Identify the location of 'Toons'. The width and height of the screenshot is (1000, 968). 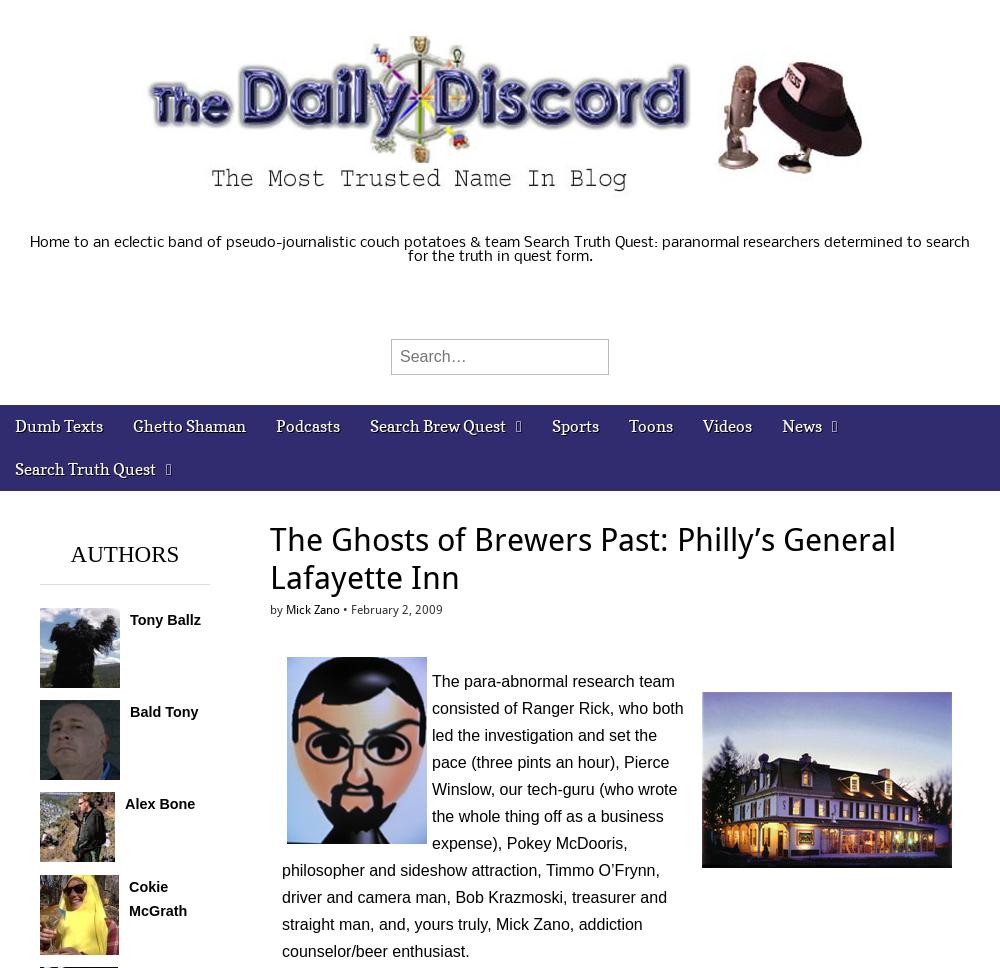
(650, 426).